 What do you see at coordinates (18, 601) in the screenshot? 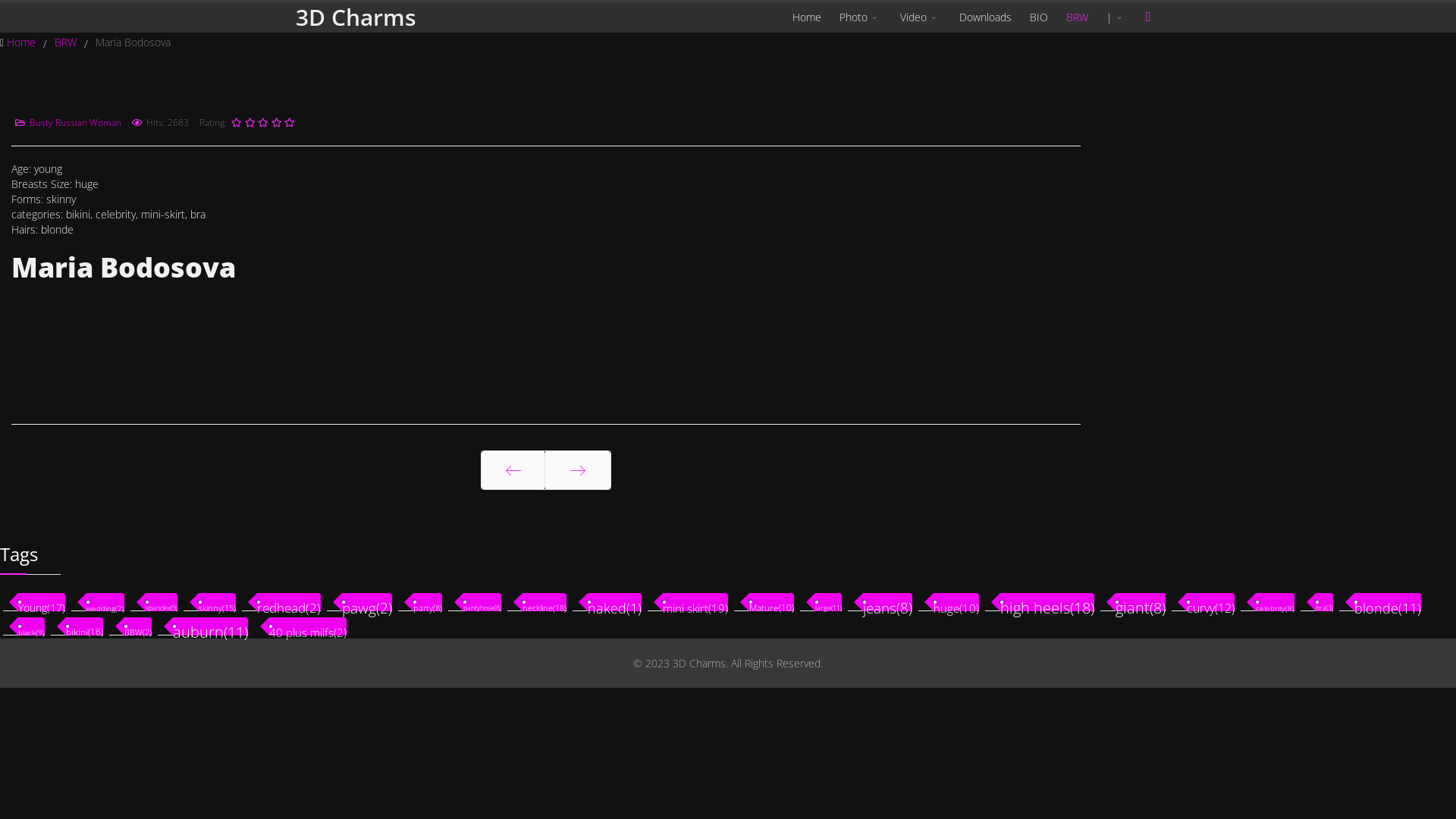
I see `'Young(17)'` at bounding box center [18, 601].